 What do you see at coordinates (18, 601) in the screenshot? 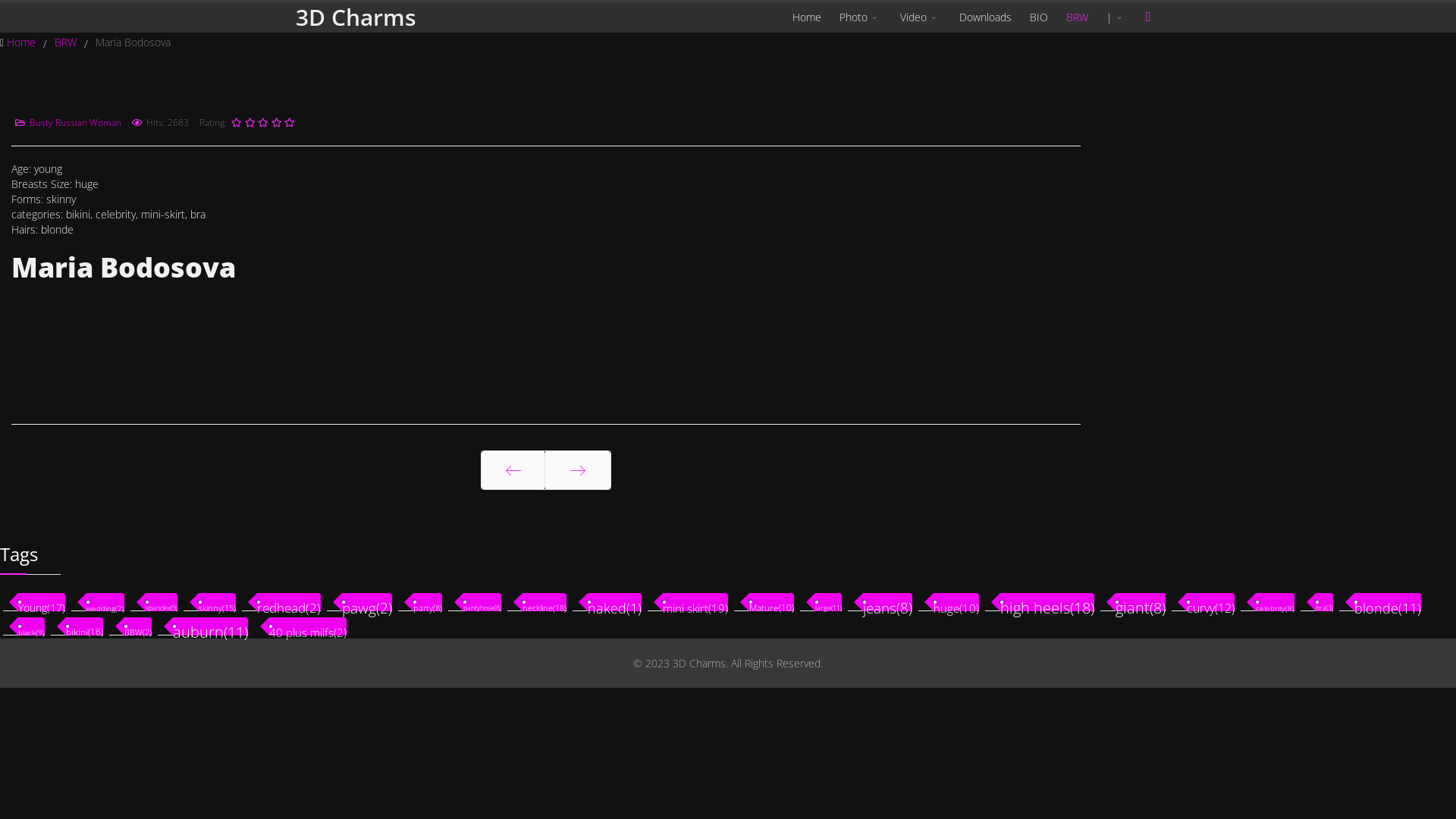
I see `'Young(17)'` at bounding box center [18, 601].